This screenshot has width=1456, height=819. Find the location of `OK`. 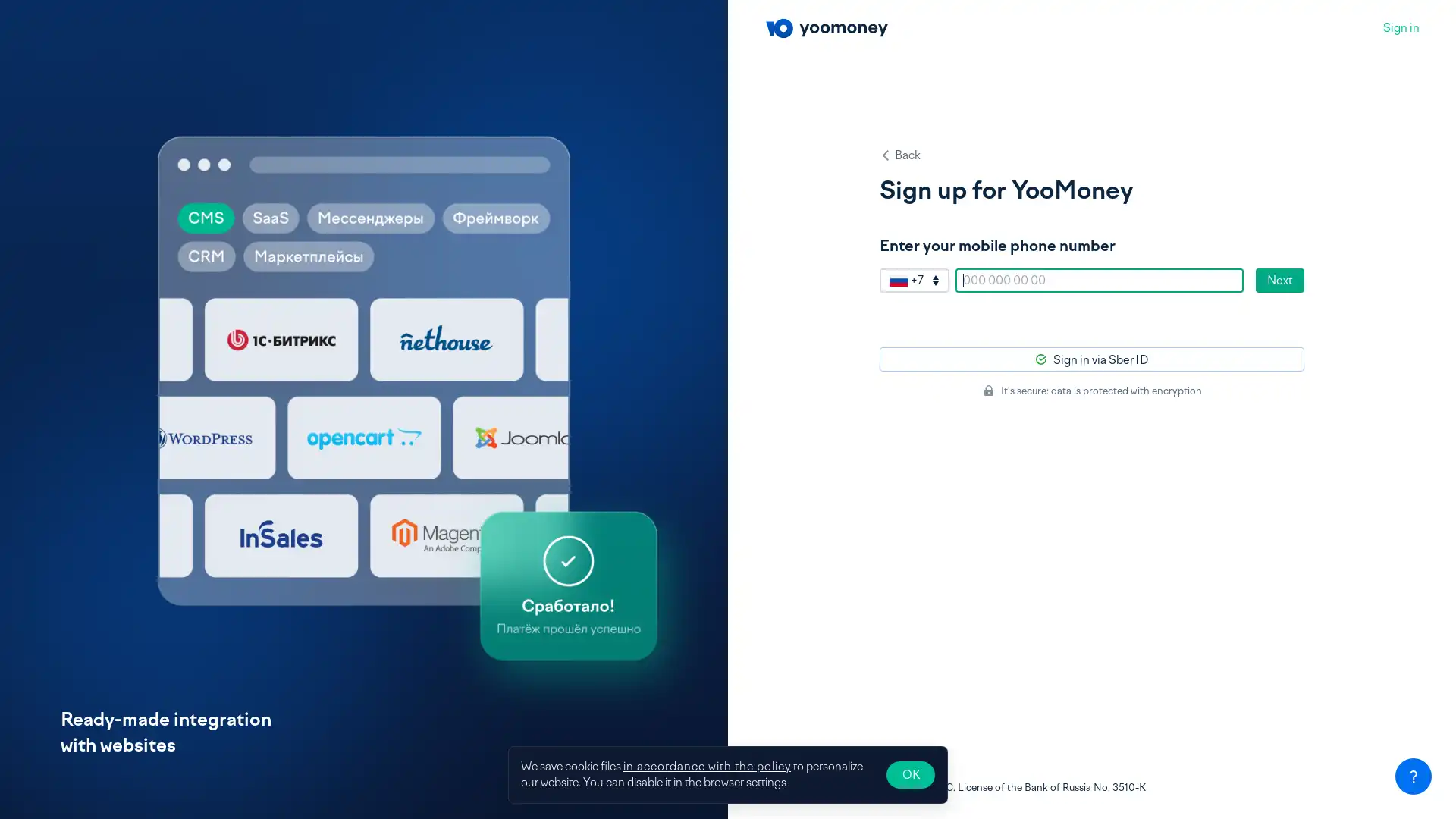

OK is located at coordinates (910, 775).